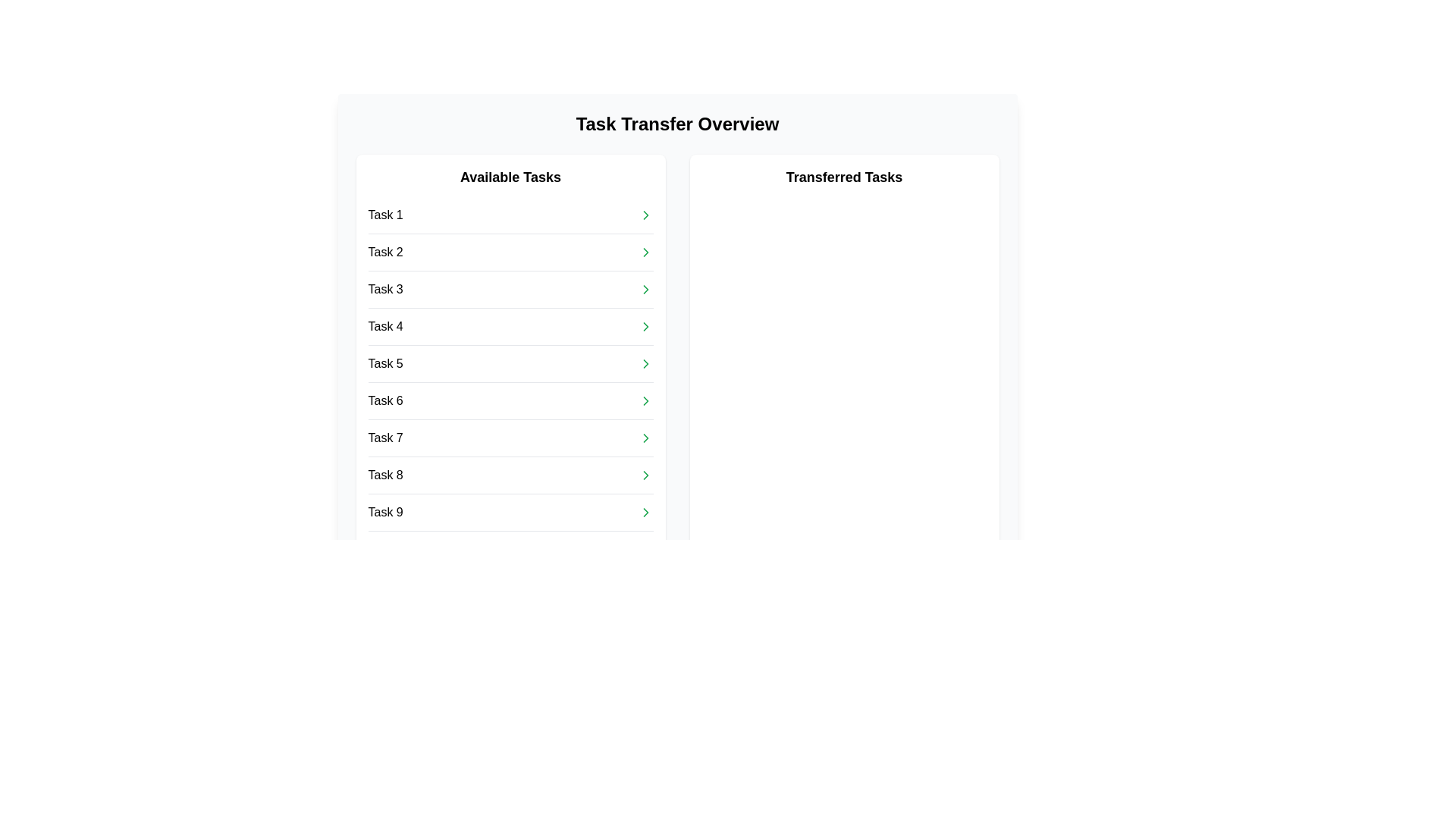 The image size is (1456, 819). I want to click on the right-facing chevron icon in the 'Available Tasks' section for 'Task 3', so click(645, 289).